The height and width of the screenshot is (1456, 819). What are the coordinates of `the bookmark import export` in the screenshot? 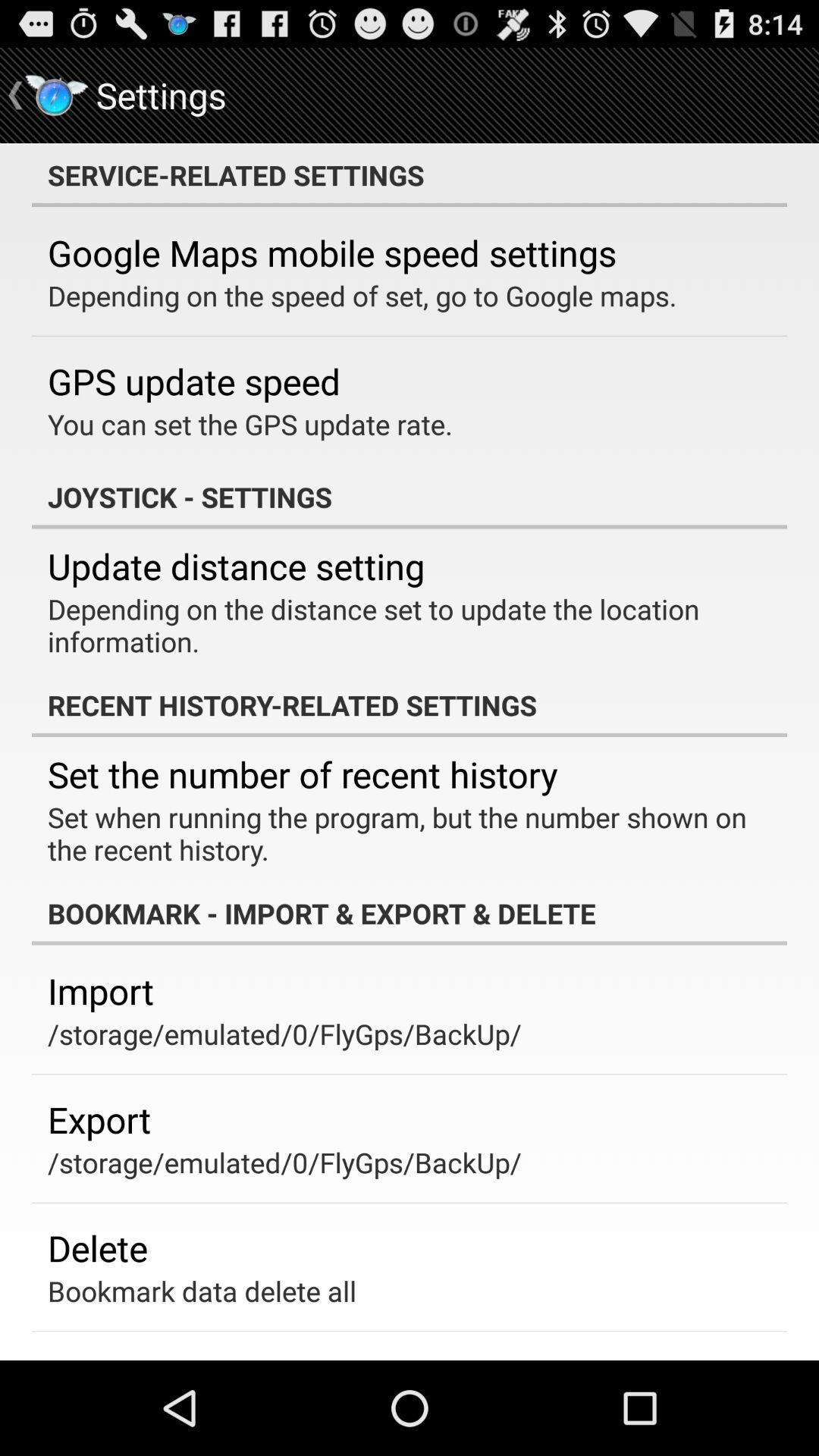 It's located at (409, 912).